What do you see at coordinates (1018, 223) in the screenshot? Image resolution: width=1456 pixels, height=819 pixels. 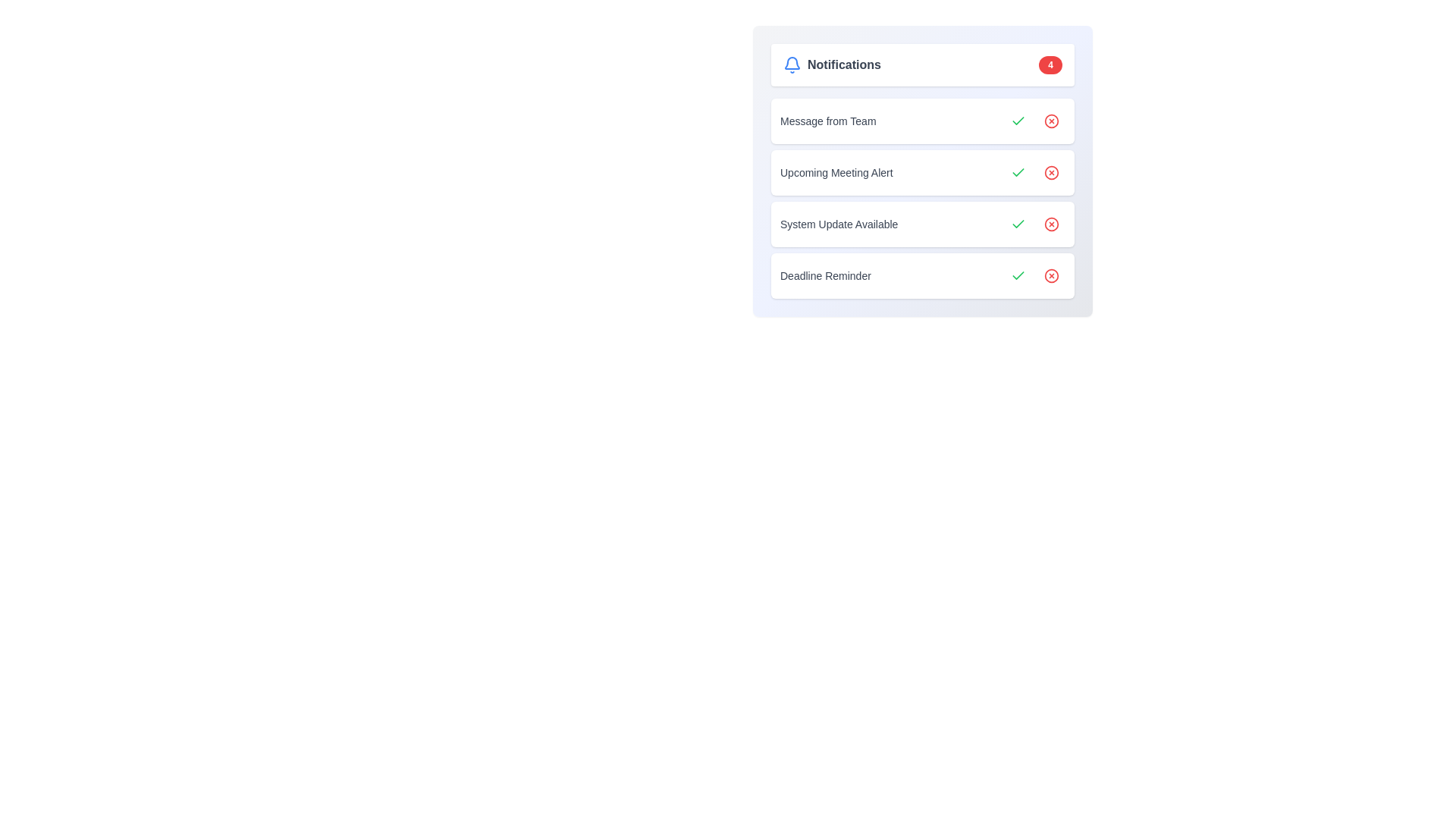 I see `the green checkmark icon indicating the completion of the 'System Update Available' notification task` at bounding box center [1018, 223].